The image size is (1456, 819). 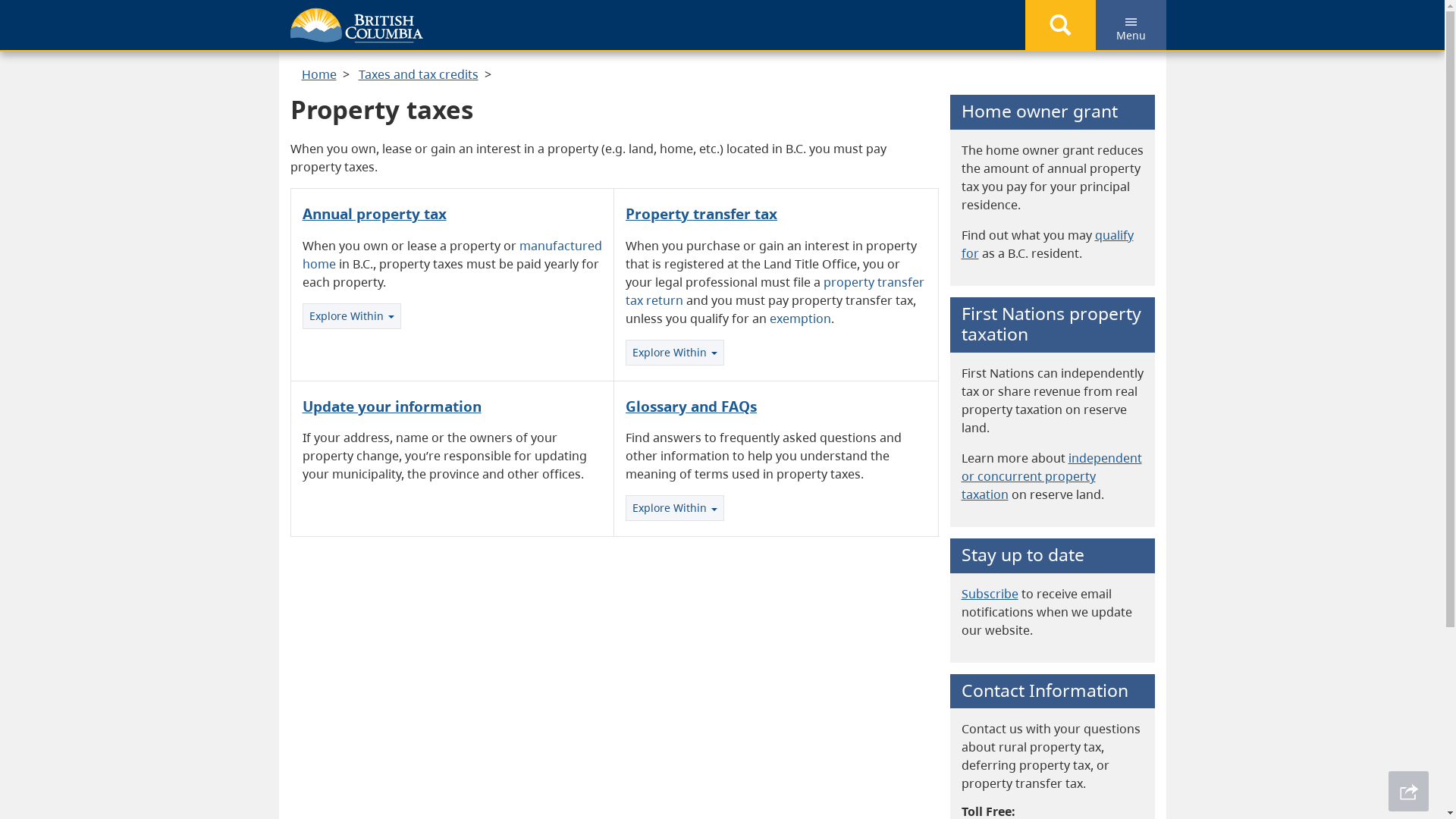 I want to click on 'Government of B.C.', so click(x=355, y=25).